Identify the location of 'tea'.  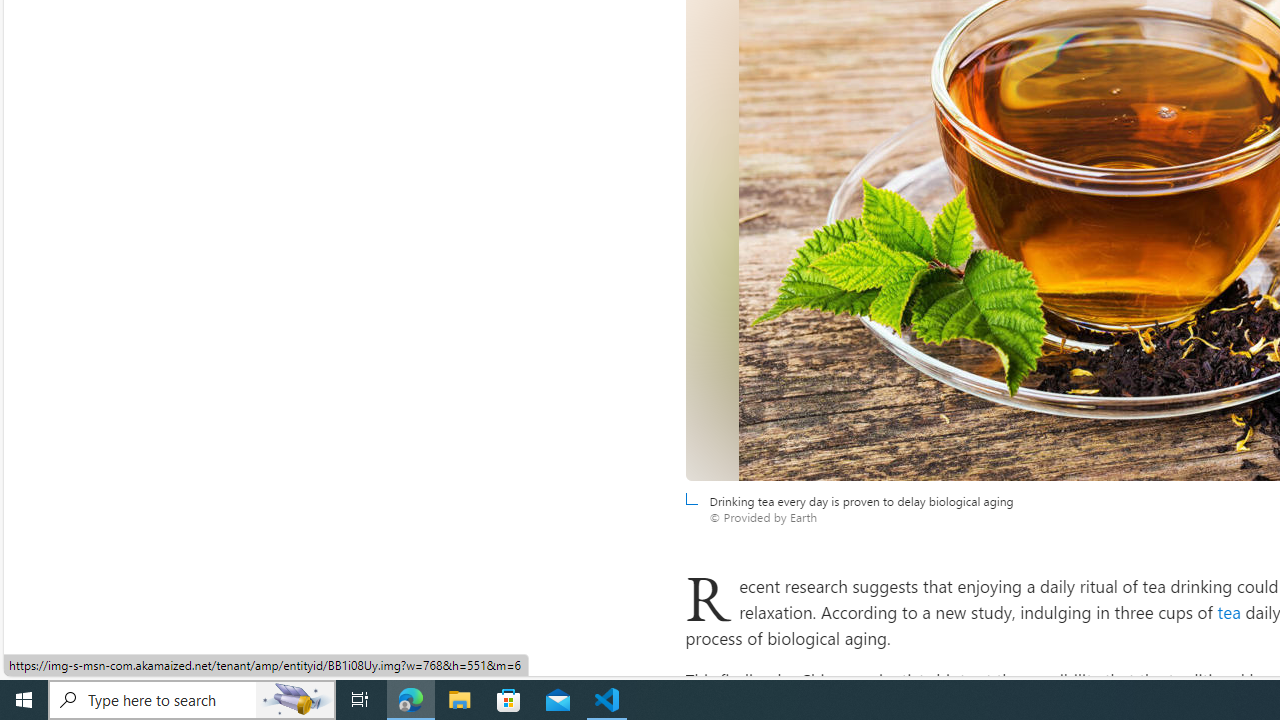
(1228, 611).